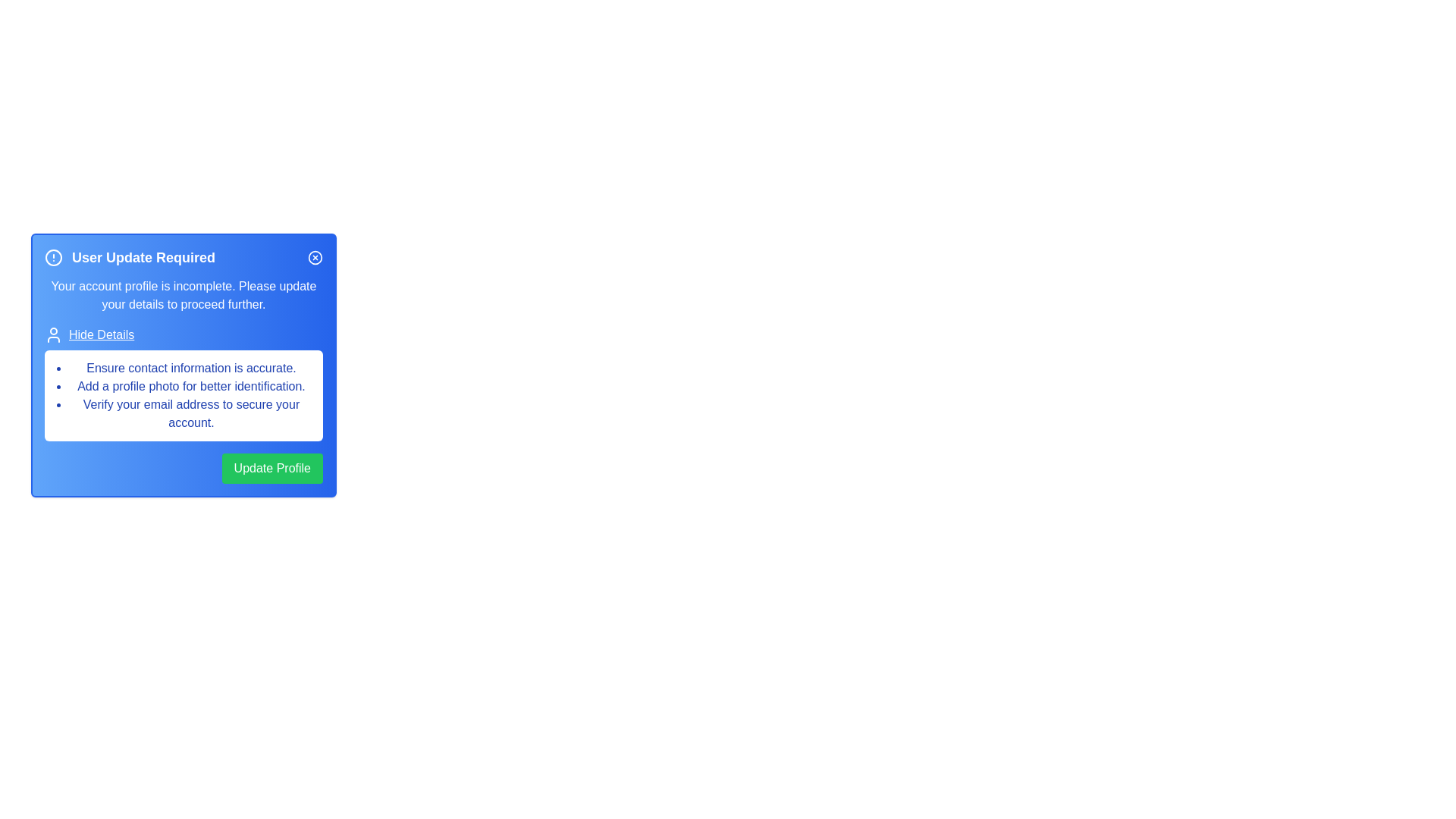  Describe the element at coordinates (101, 334) in the screenshot. I see `the 'Hide Details' button to toggle the visibility of the details section` at that location.